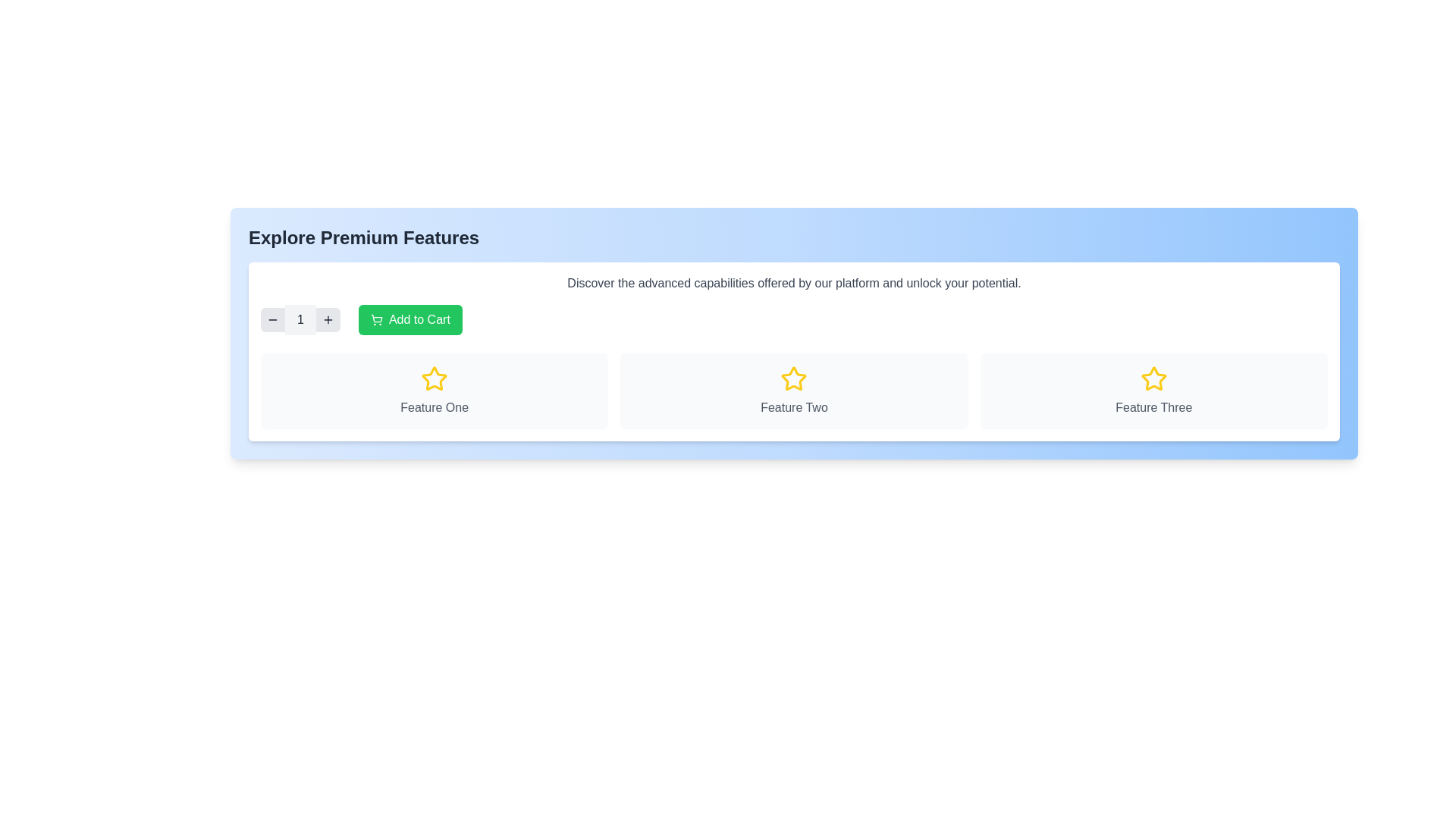  What do you see at coordinates (376, 318) in the screenshot?
I see `the cart icon embedded in the 'Add to Cart' button, which is visually aligned to the left within the green rectangular control area` at bounding box center [376, 318].